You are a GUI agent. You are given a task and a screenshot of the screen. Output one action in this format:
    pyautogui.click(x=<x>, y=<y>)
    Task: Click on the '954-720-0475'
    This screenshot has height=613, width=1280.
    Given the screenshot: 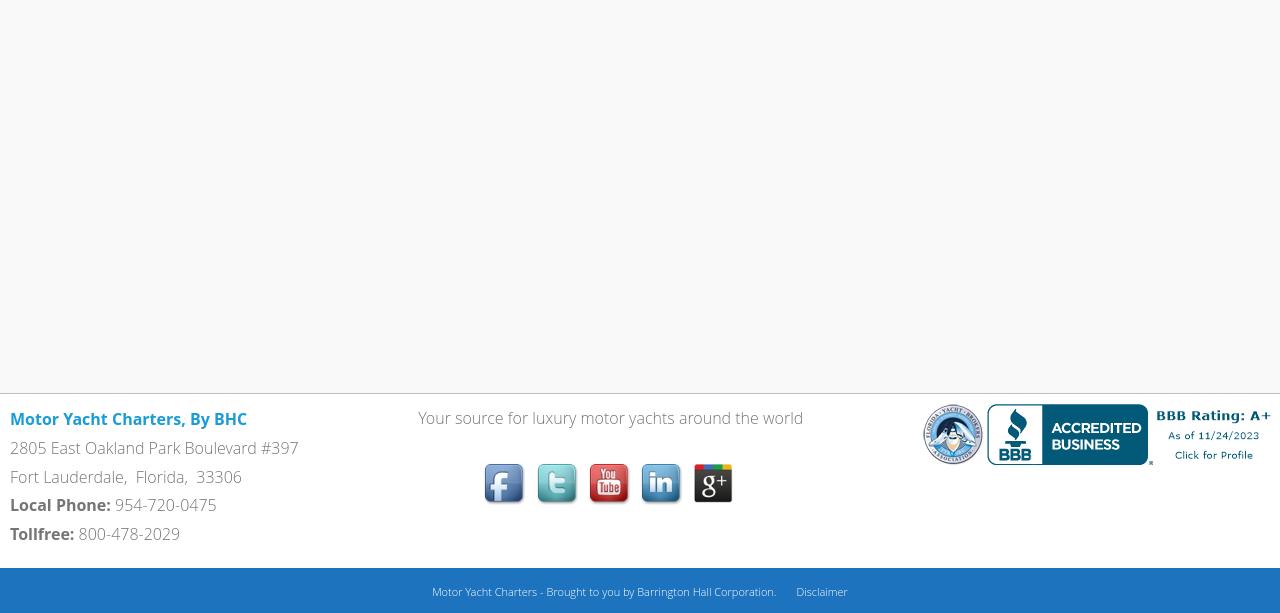 What is the action you would take?
    pyautogui.click(x=113, y=504)
    